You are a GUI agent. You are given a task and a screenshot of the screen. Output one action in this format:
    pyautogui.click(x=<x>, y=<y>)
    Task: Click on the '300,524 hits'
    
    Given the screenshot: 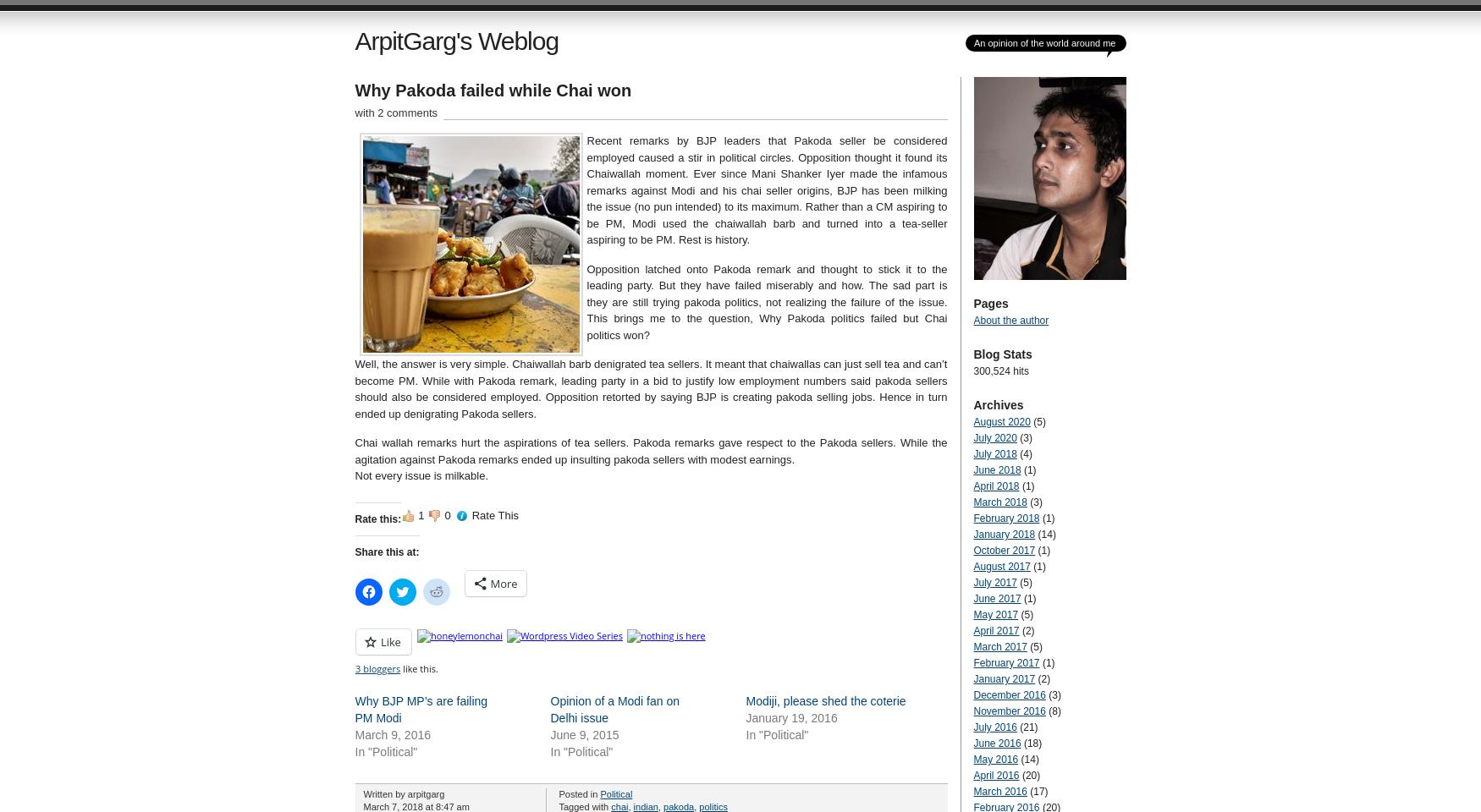 What is the action you would take?
    pyautogui.click(x=999, y=371)
    